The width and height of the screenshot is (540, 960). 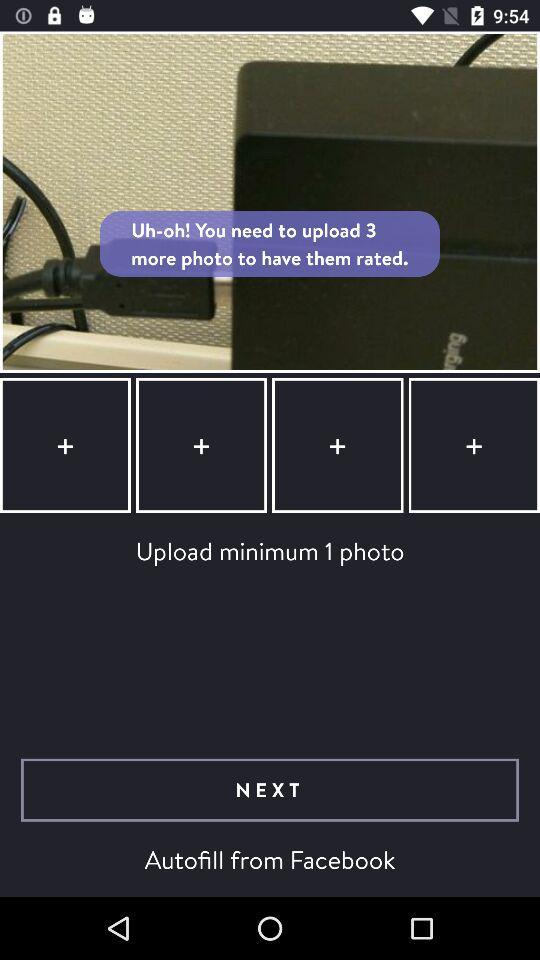 I want to click on autofill from facebook, so click(x=270, y=858).